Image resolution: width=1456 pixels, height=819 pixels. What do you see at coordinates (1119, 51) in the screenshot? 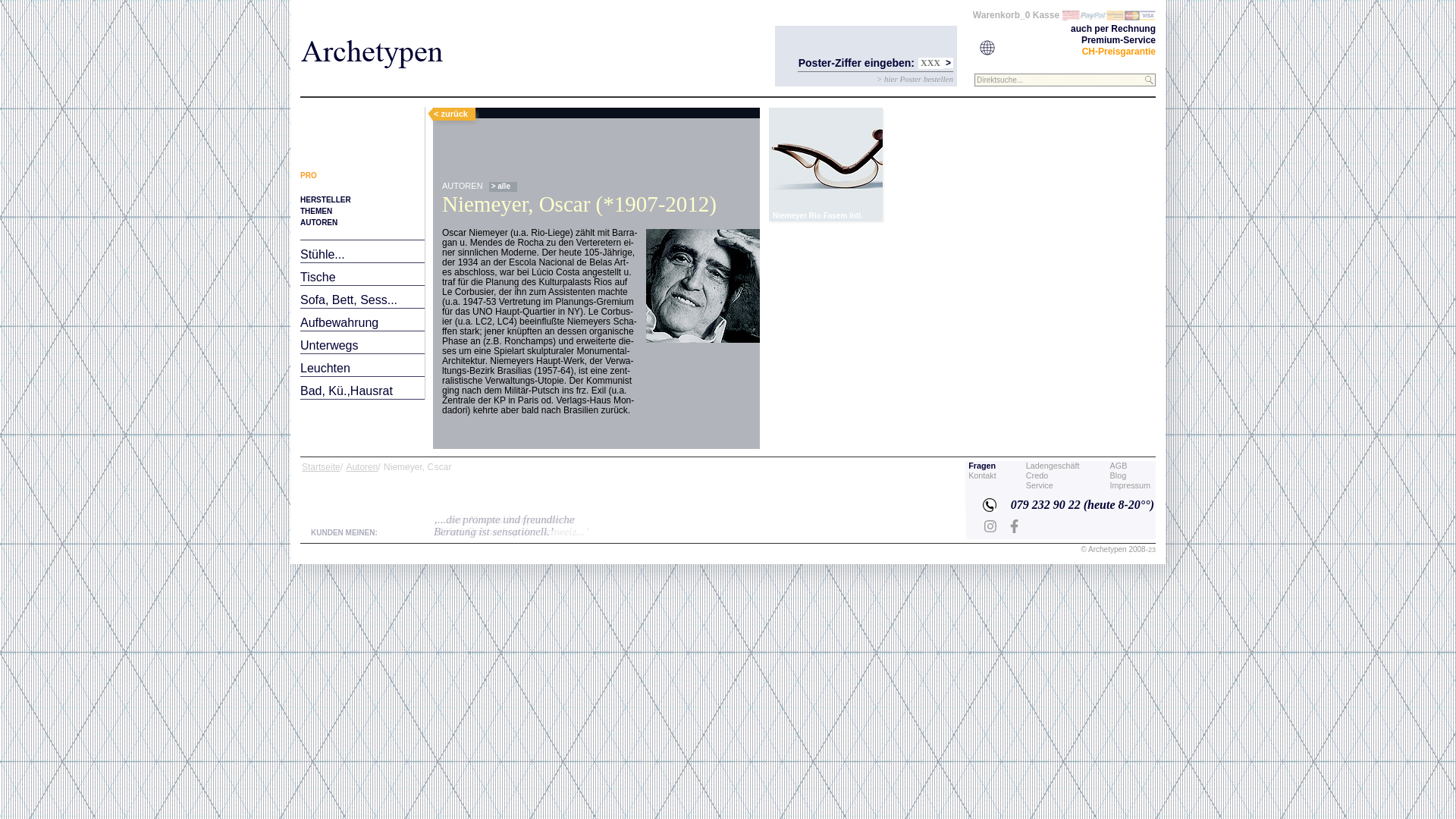
I see `'CH-Preisgarantie'` at bounding box center [1119, 51].